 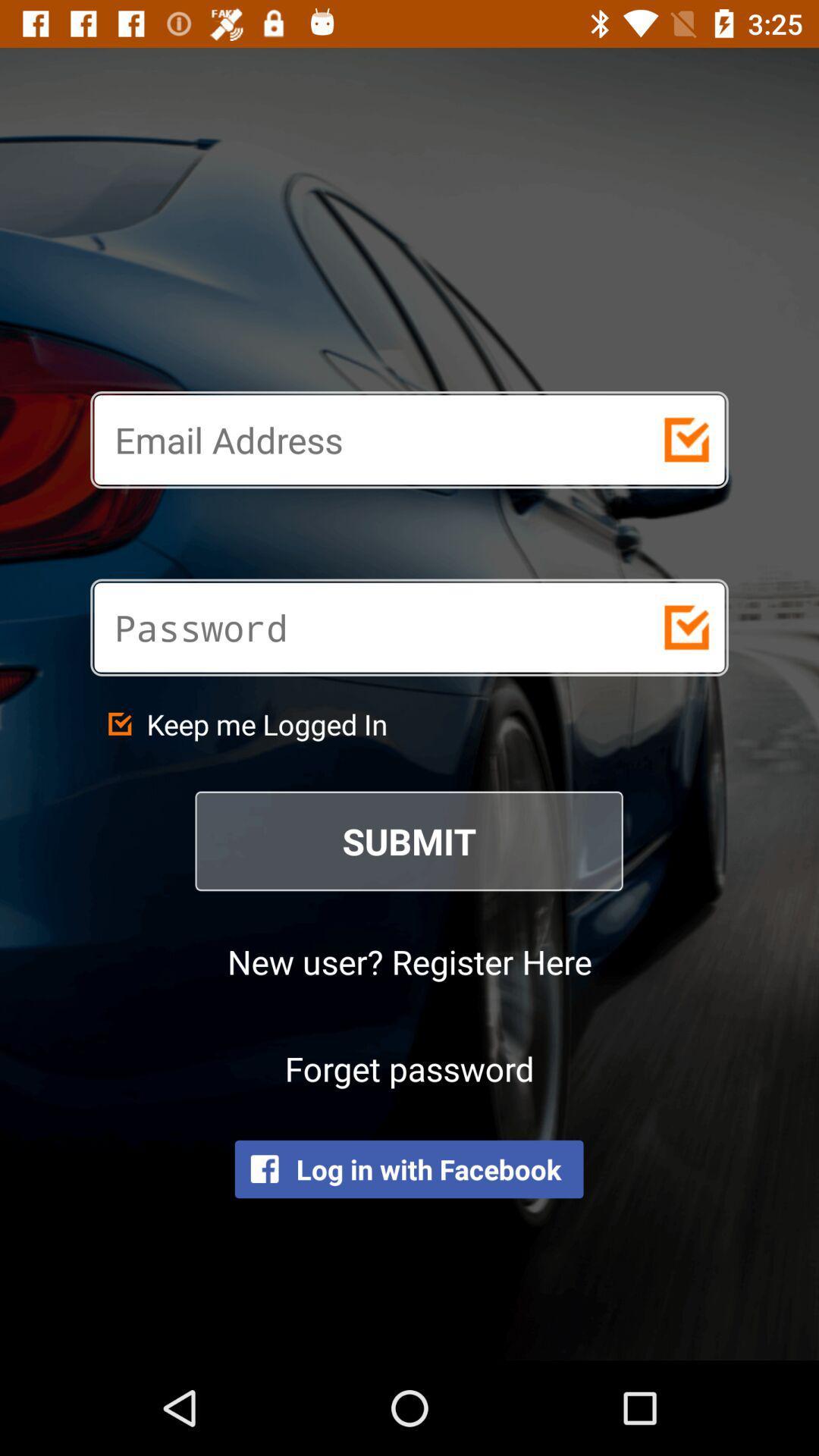 What do you see at coordinates (409, 1067) in the screenshot?
I see `item below the new user register` at bounding box center [409, 1067].